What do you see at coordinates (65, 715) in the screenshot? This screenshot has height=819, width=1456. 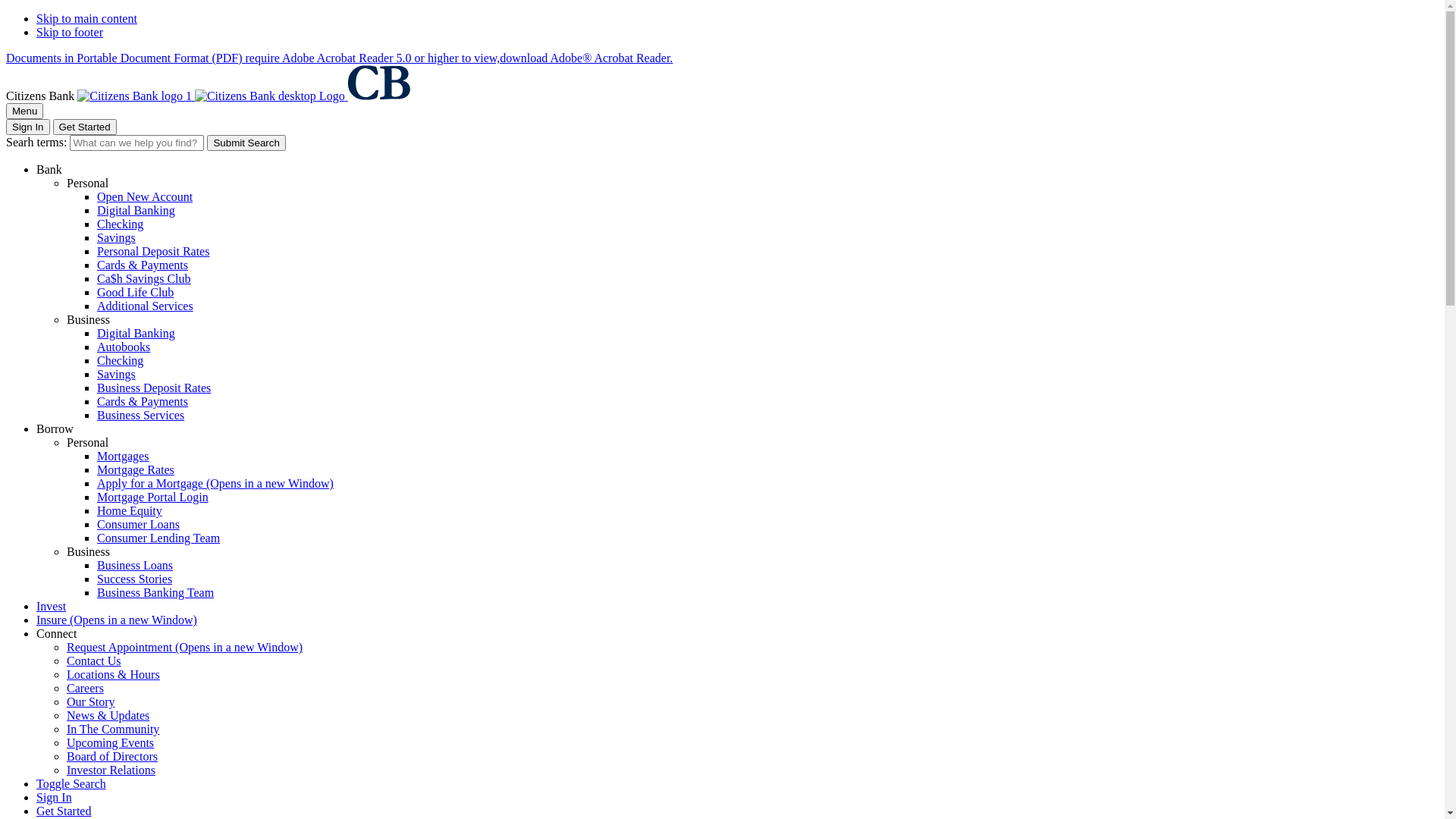 I see `'News & Updates'` at bounding box center [65, 715].